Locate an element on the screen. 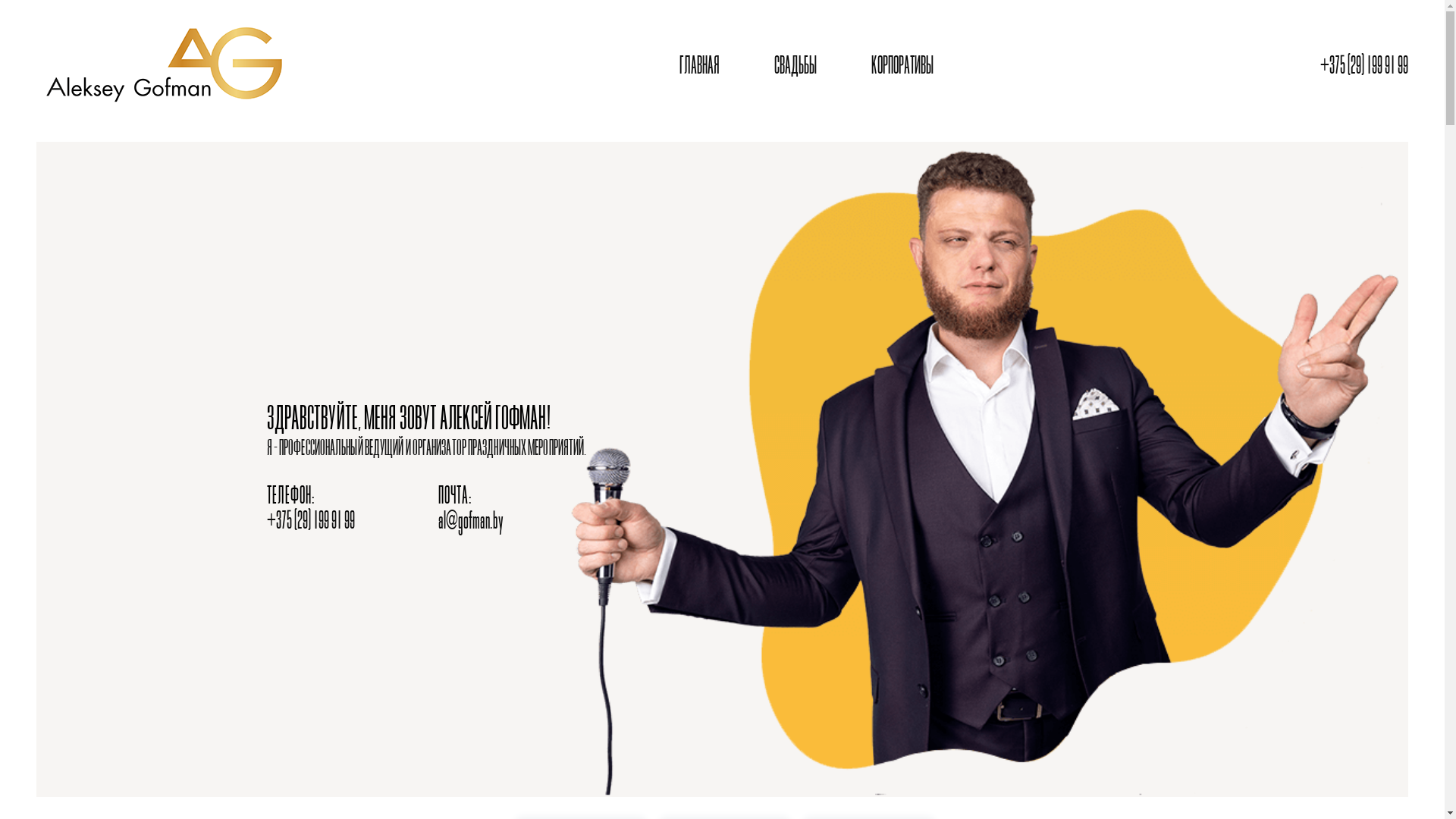 Image resolution: width=1456 pixels, height=819 pixels. 'al@gofman.by' is located at coordinates (469, 521).